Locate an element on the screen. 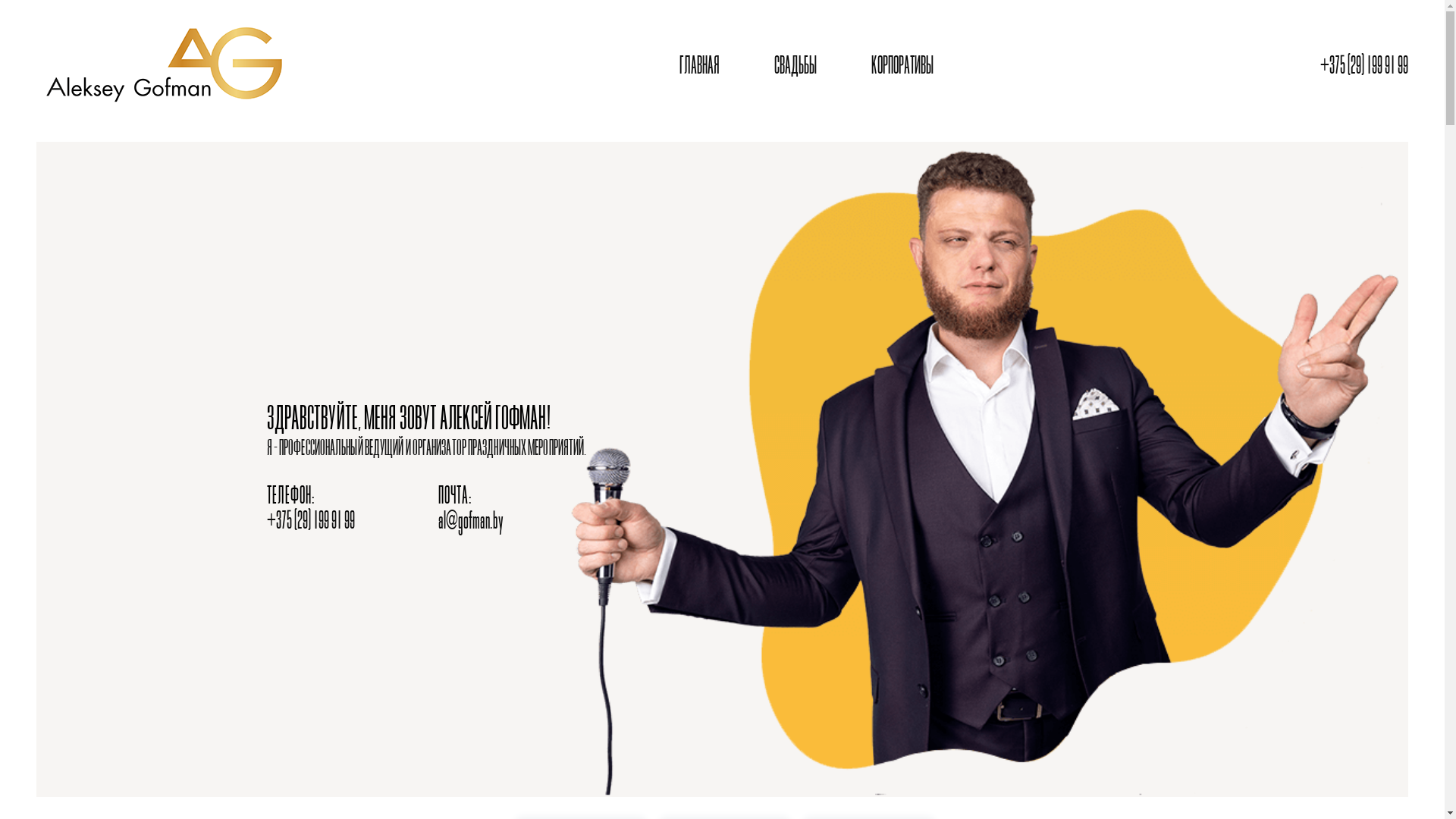 Image resolution: width=1456 pixels, height=819 pixels. 'al@gofman.by' is located at coordinates (469, 521).